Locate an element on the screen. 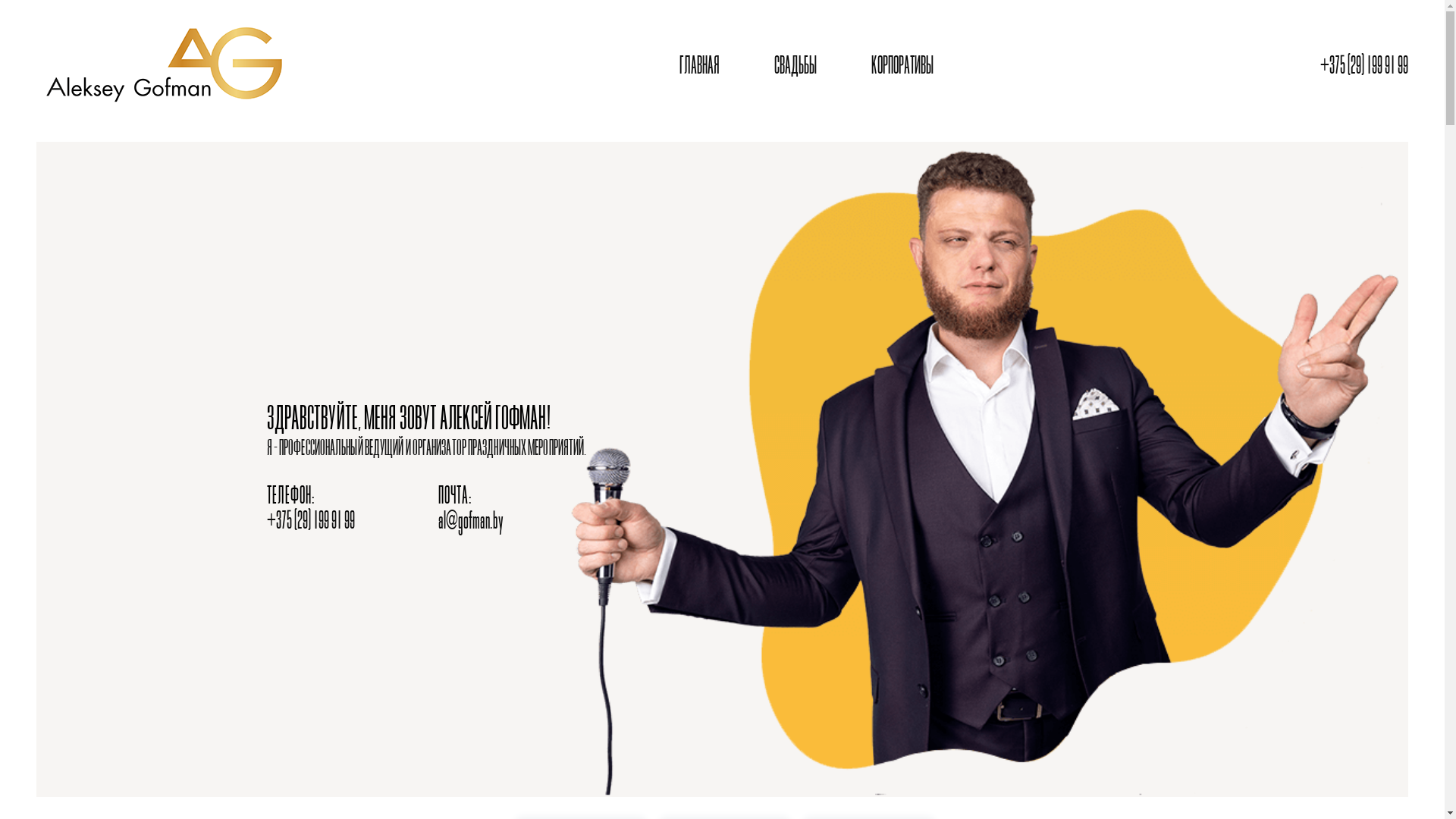 Image resolution: width=1456 pixels, height=819 pixels. 'al@gofman.by' is located at coordinates (469, 521).